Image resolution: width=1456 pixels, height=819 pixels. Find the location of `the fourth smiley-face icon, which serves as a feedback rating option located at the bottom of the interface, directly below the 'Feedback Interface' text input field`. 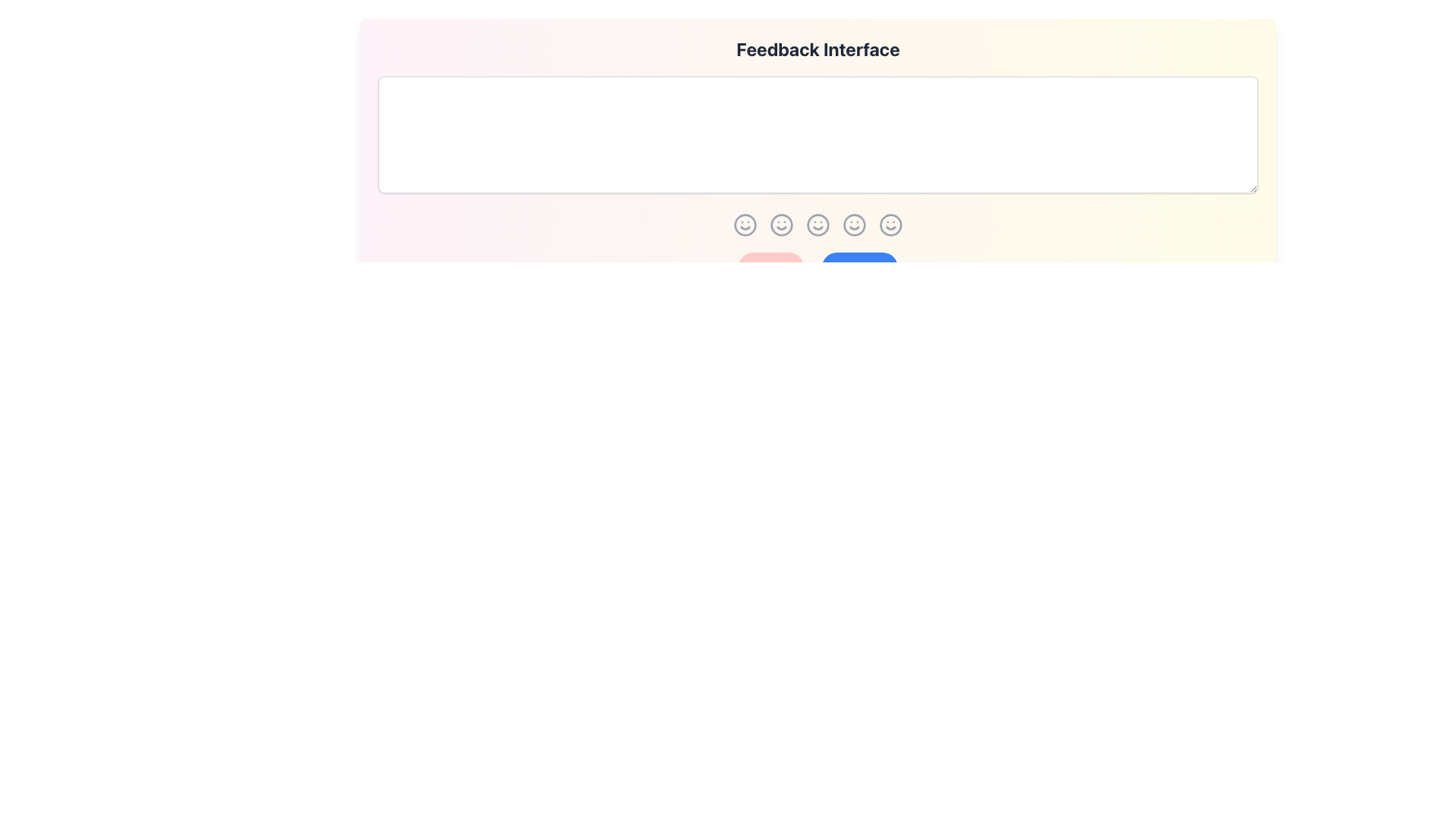

the fourth smiley-face icon, which serves as a feedback rating option located at the bottom of the interface, directly below the 'Feedback Interface' text input field is located at coordinates (855, 225).